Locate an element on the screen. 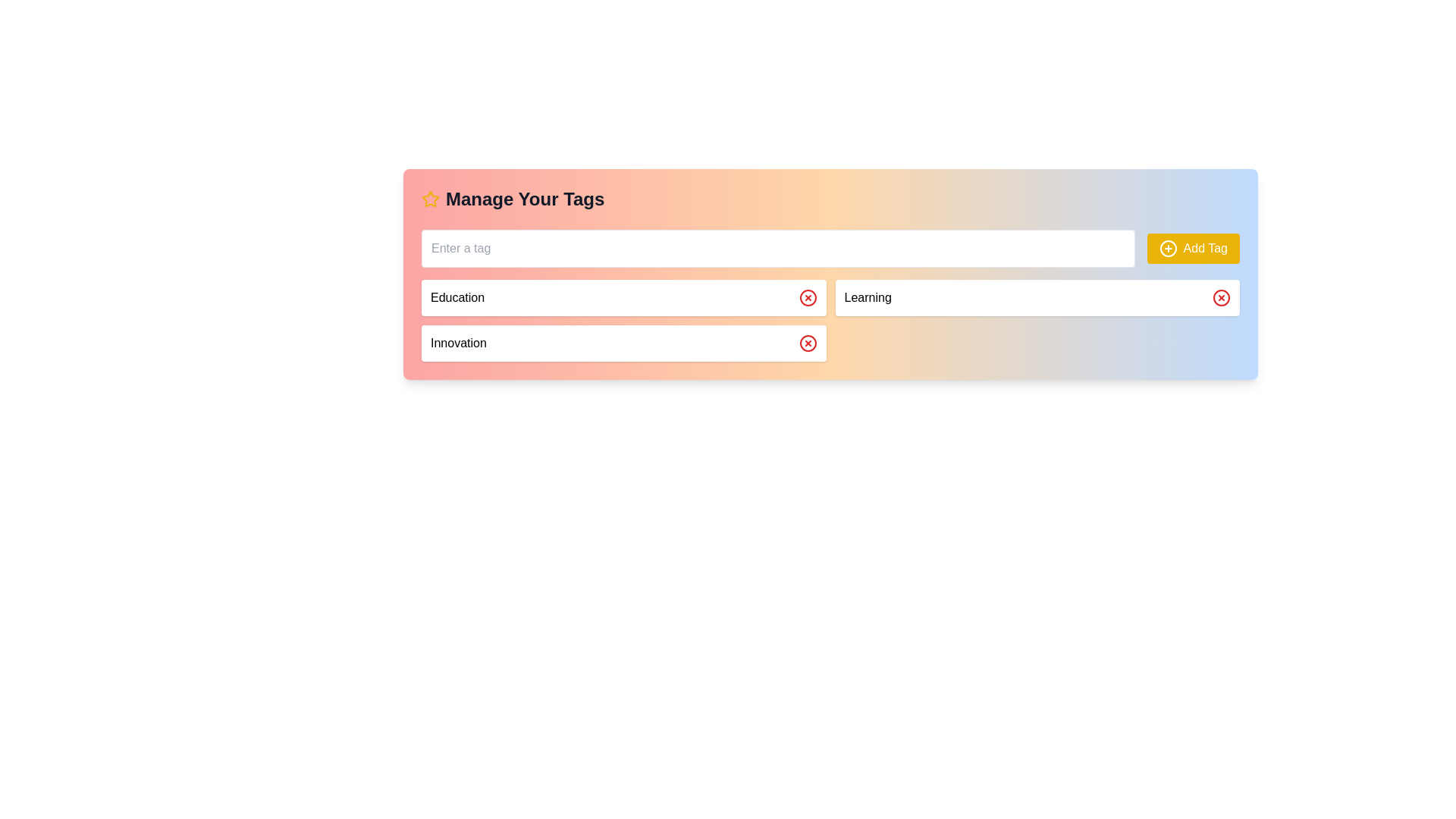  the circular part of the plus icon within the yellow 'Add Tag' button located to the right of the text input field is located at coordinates (1167, 247).